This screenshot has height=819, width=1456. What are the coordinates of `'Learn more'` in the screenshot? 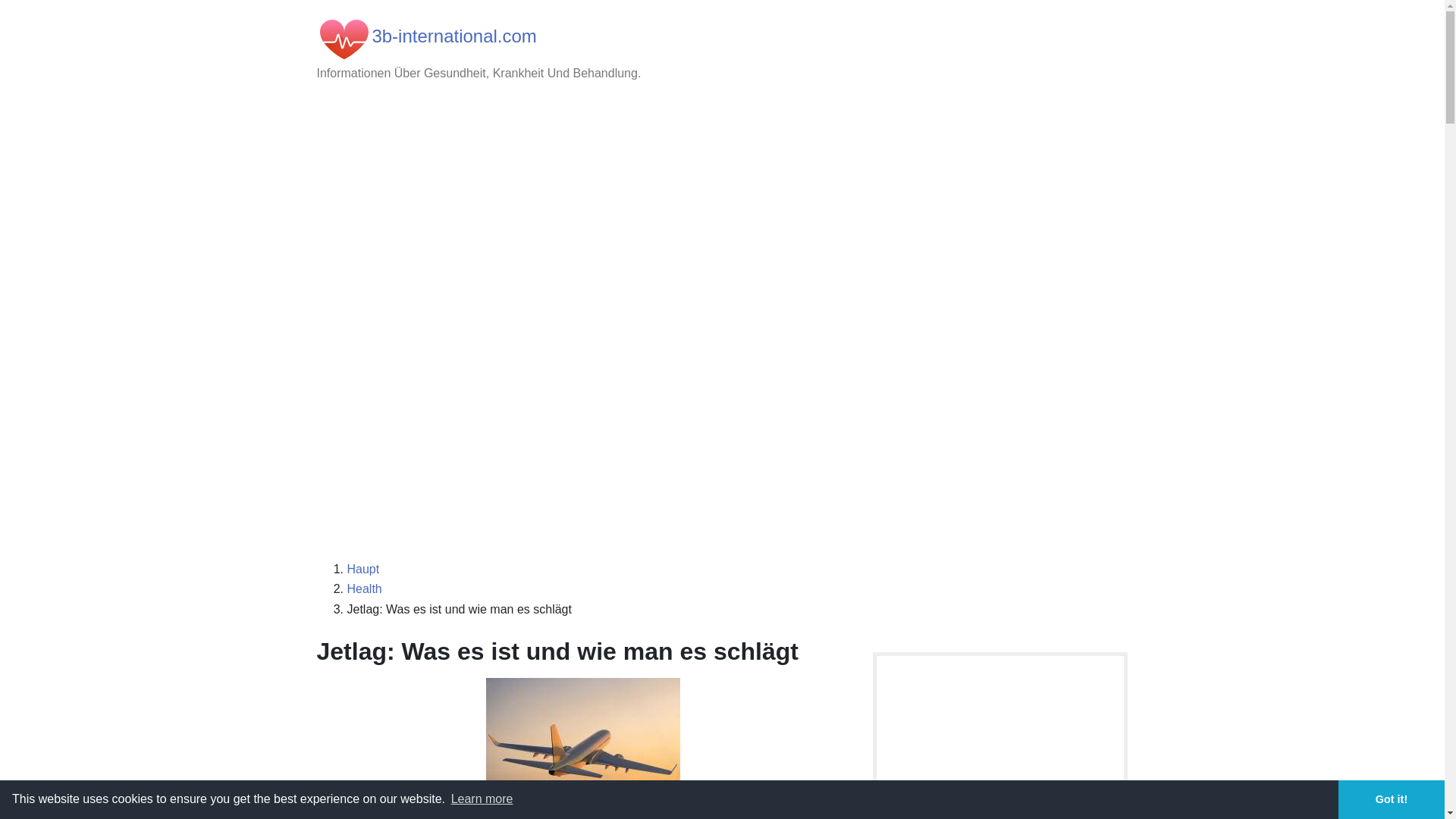 It's located at (480, 798).